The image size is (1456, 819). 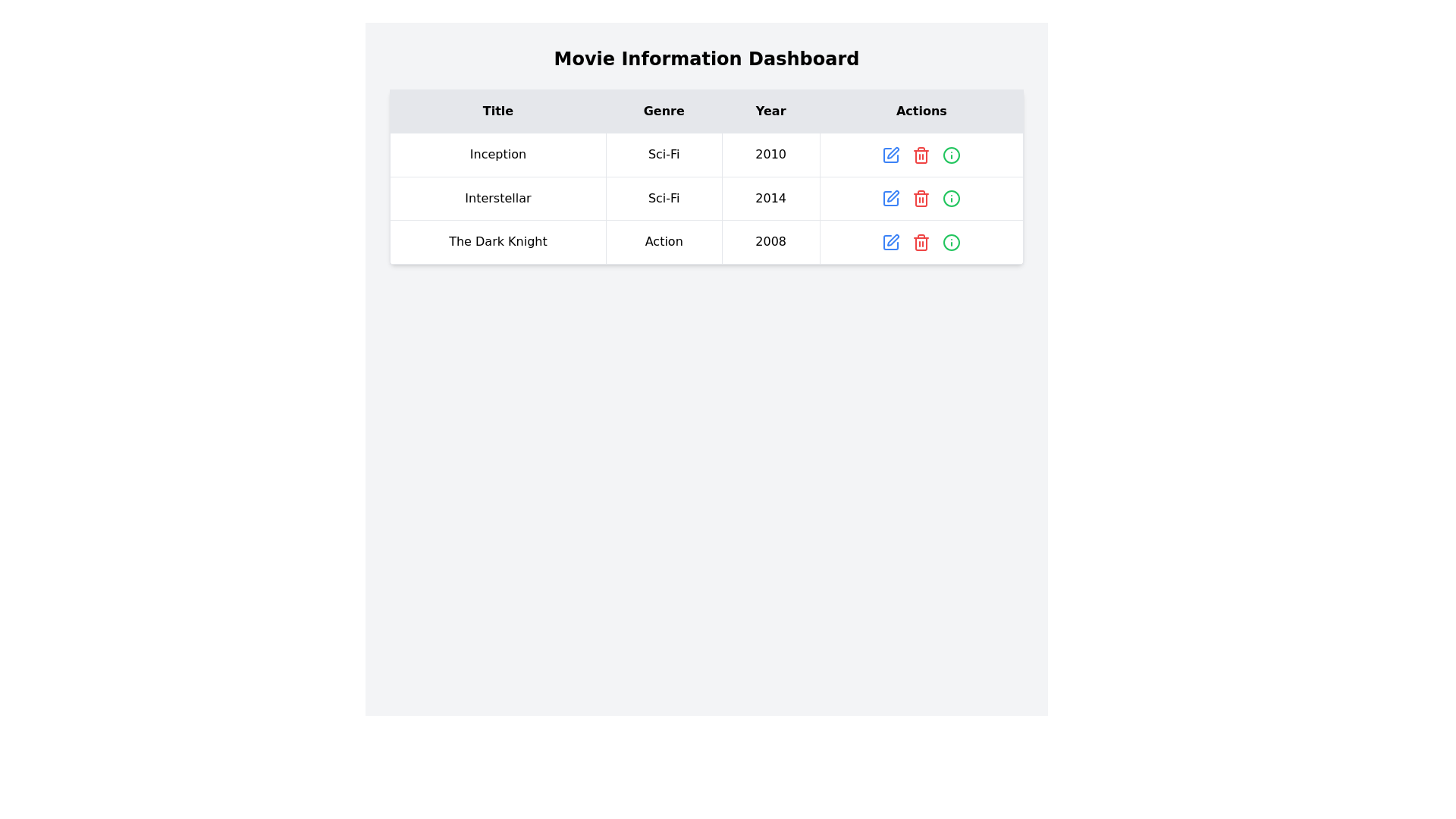 I want to click on the icon button resembling a pen in the 'Actions' column for 'The Dark Knight' movie, so click(x=891, y=241).